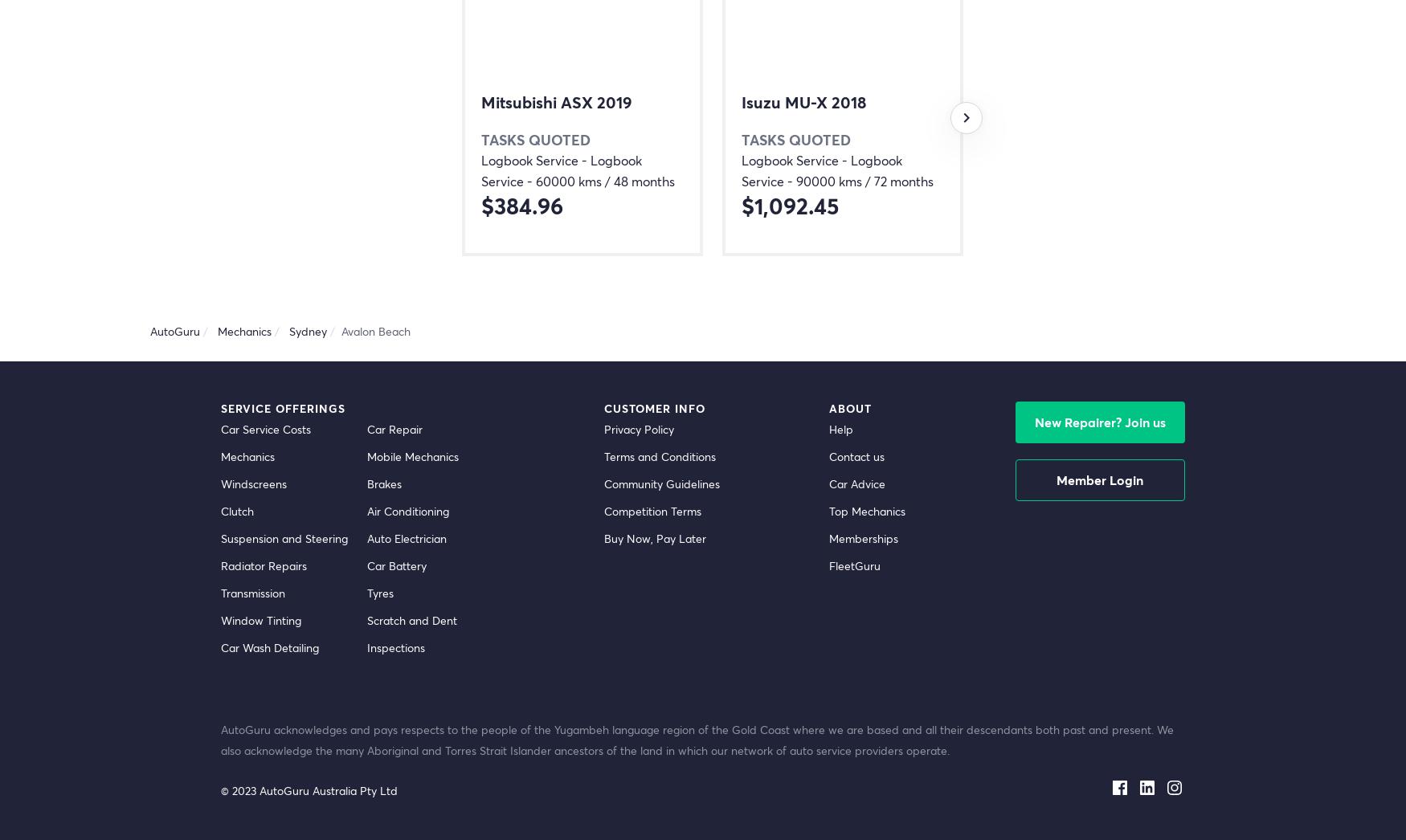 The image size is (1406, 840). Describe the element at coordinates (828, 537) in the screenshot. I see `'Memberships'` at that location.